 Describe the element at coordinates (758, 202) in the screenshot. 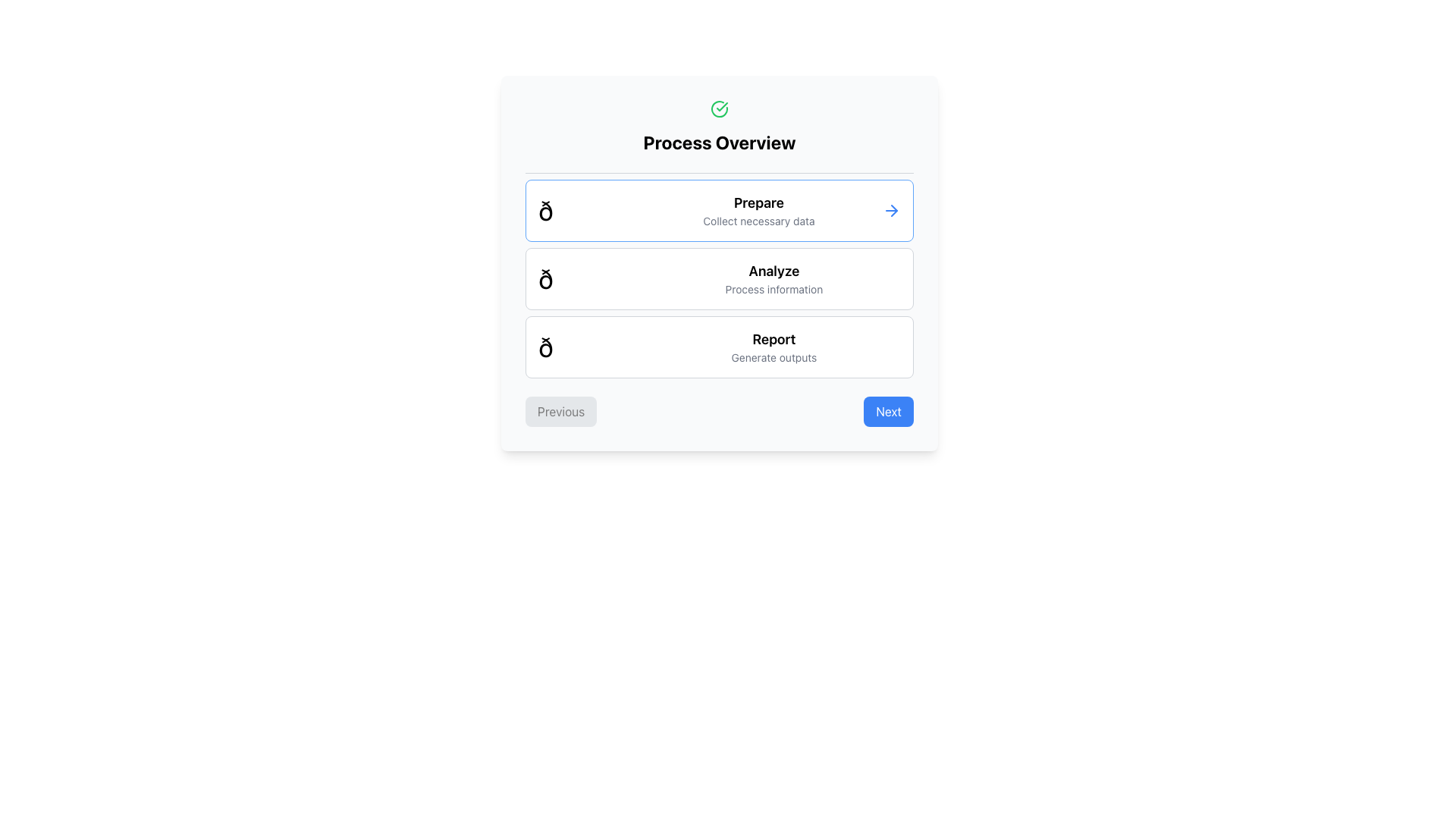

I see `the text label 'Prepare', which is a bold and prominent heading located at the top section of the layout` at that location.